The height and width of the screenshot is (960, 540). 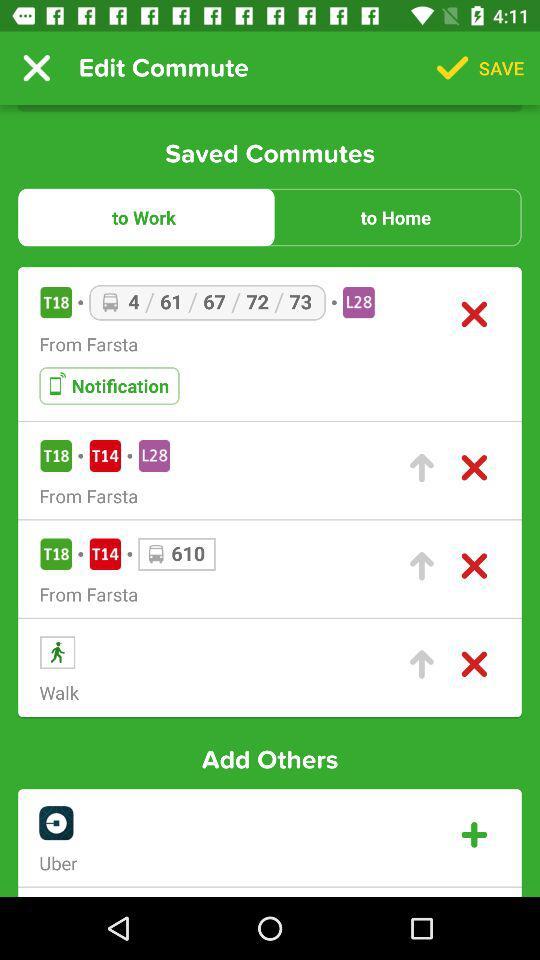 What do you see at coordinates (420, 468) in the screenshot?
I see `click arrow to select` at bounding box center [420, 468].